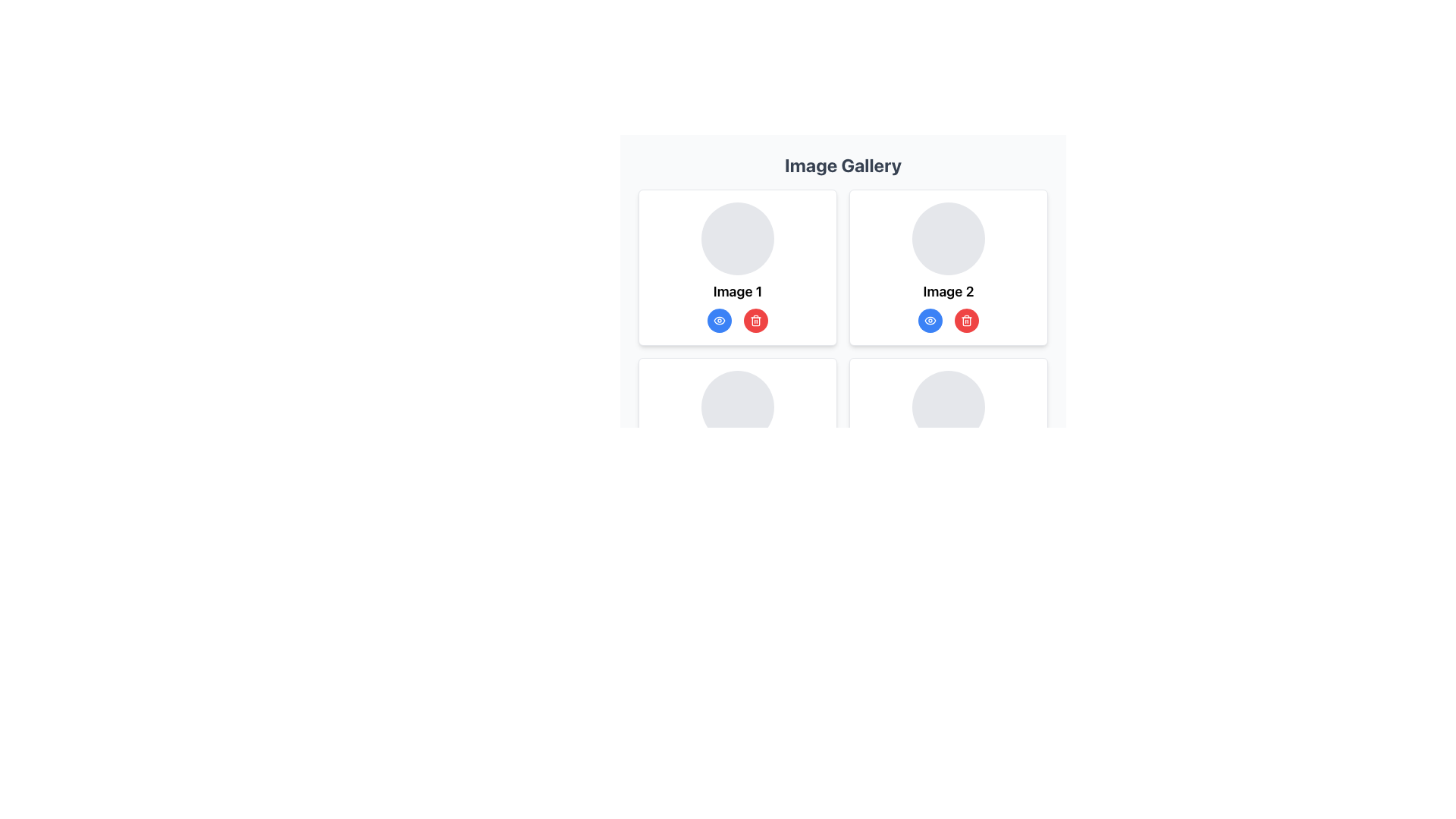 The width and height of the screenshot is (1456, 819). What do you see at coordinates (738, 267) in the screenshot?
I see `the card component representing the first image item in the gallery` at bounding box center [738, 267].